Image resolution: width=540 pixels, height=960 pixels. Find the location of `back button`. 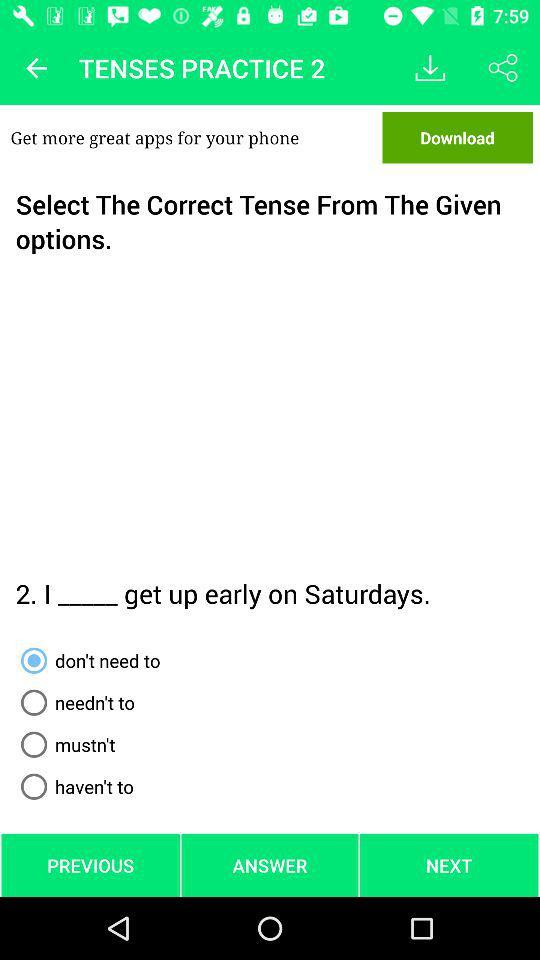

back button is located at coordinates (36, 68).